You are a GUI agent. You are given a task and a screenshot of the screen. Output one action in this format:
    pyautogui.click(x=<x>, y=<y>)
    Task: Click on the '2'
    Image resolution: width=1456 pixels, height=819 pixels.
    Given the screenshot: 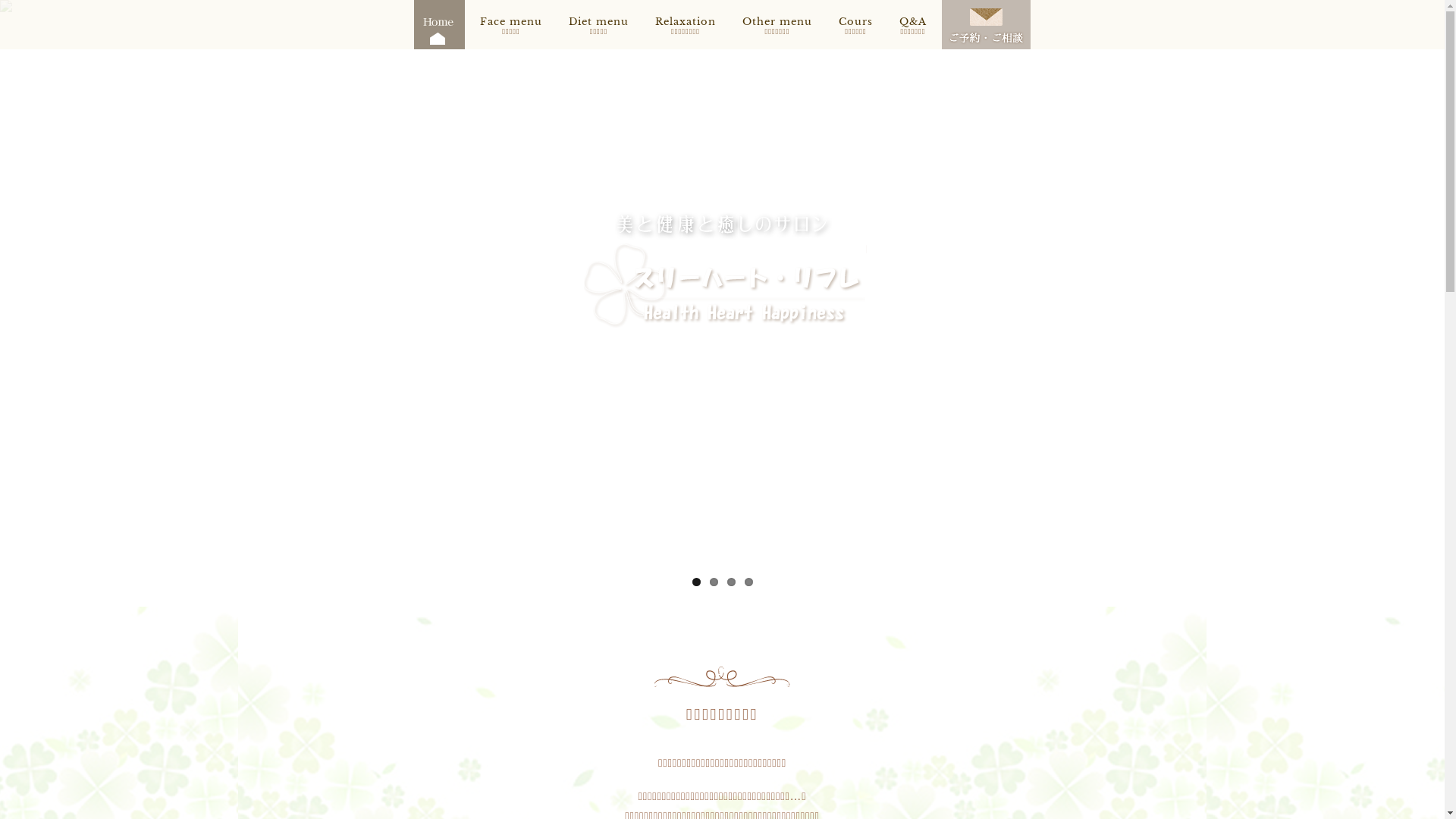 What is the action you would take?
    pyautogui.click(x=713, y=581)
    